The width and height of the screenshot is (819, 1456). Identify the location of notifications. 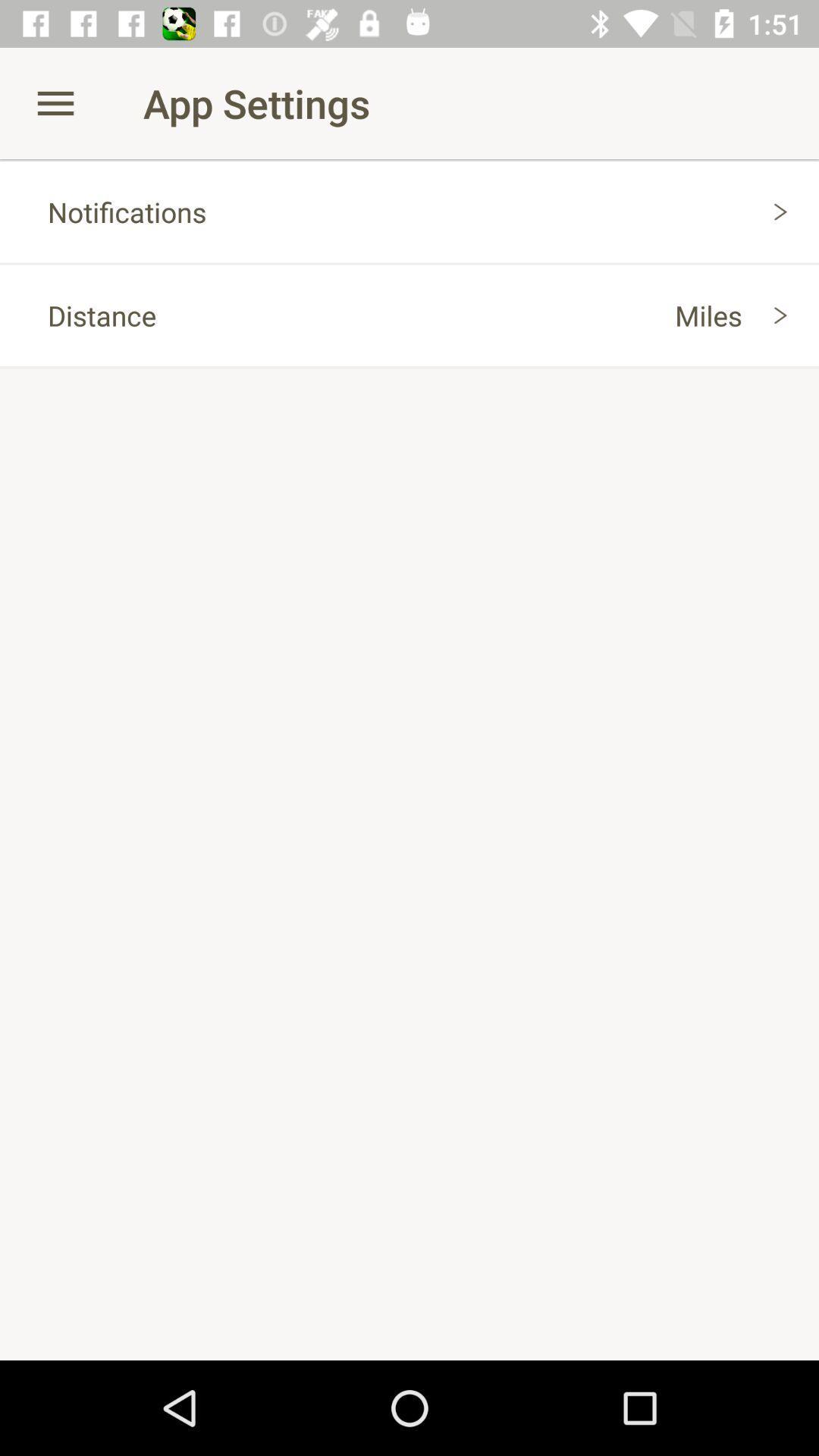
(409, 211).